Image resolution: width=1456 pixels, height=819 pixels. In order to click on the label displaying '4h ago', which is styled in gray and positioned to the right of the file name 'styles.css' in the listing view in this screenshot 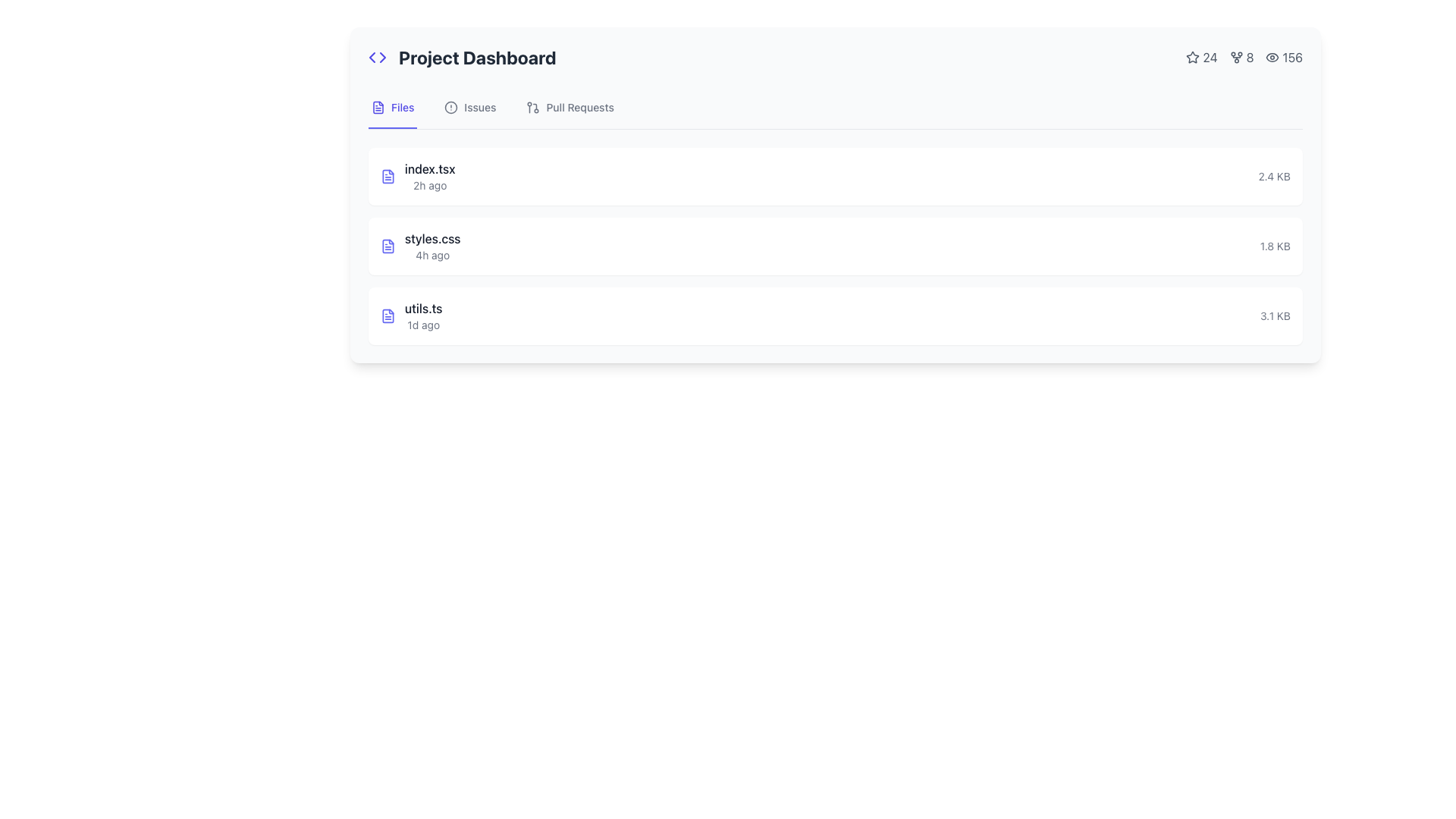, I will do `click(431, 254)`.